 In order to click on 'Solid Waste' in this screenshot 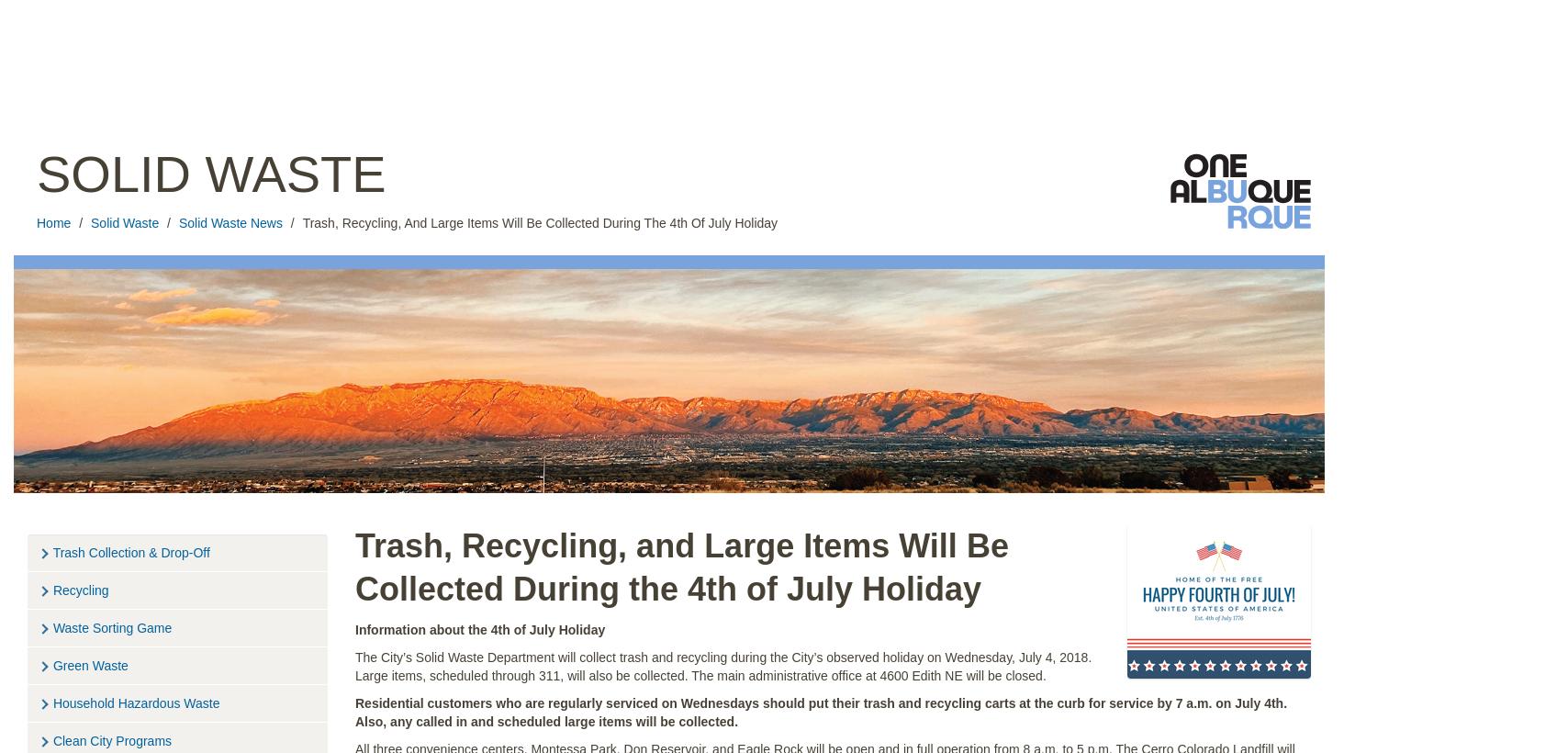, I will do `click(211, 174)`.